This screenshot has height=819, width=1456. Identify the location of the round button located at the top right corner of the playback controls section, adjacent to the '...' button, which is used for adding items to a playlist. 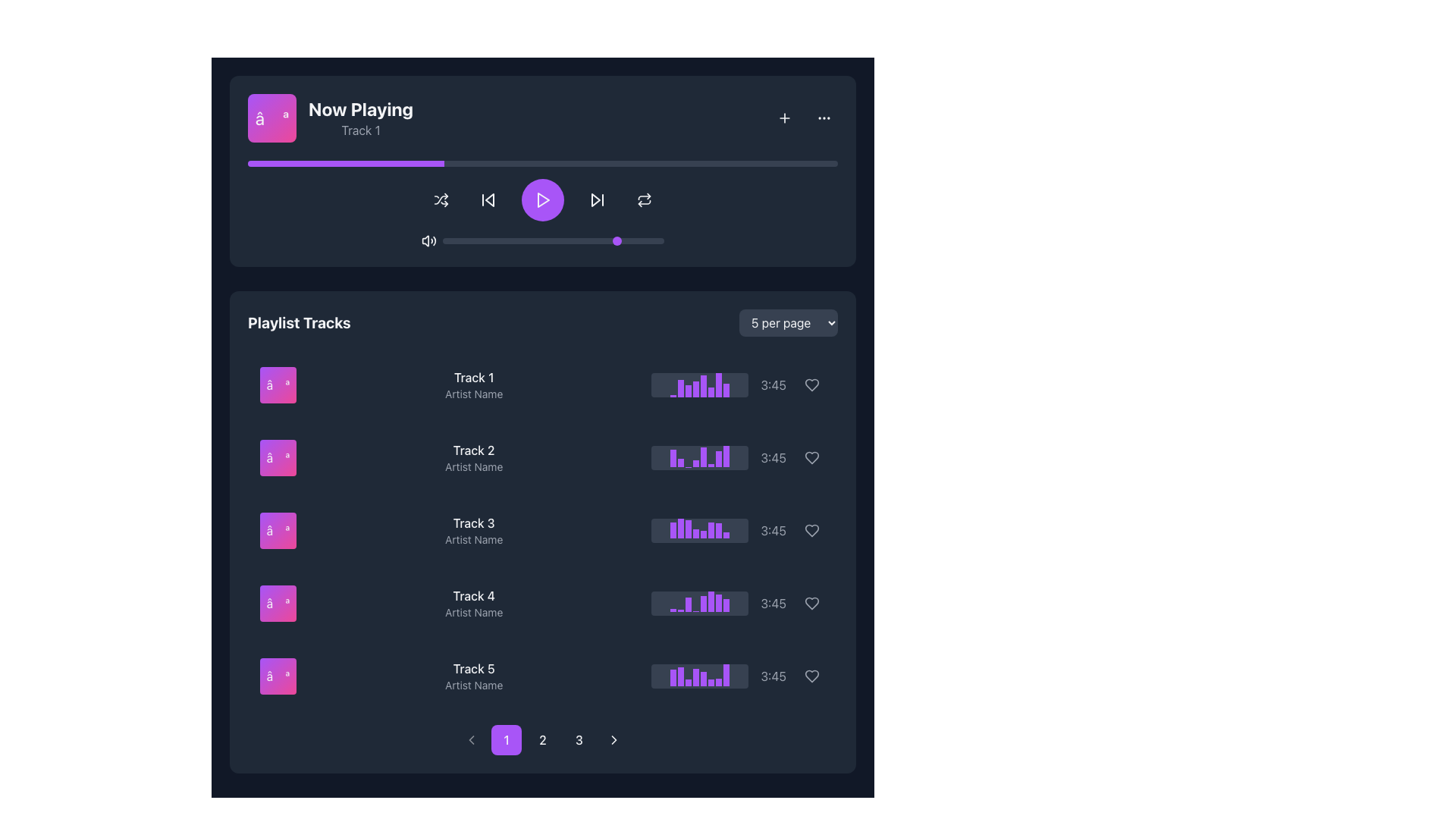
(785, 117).